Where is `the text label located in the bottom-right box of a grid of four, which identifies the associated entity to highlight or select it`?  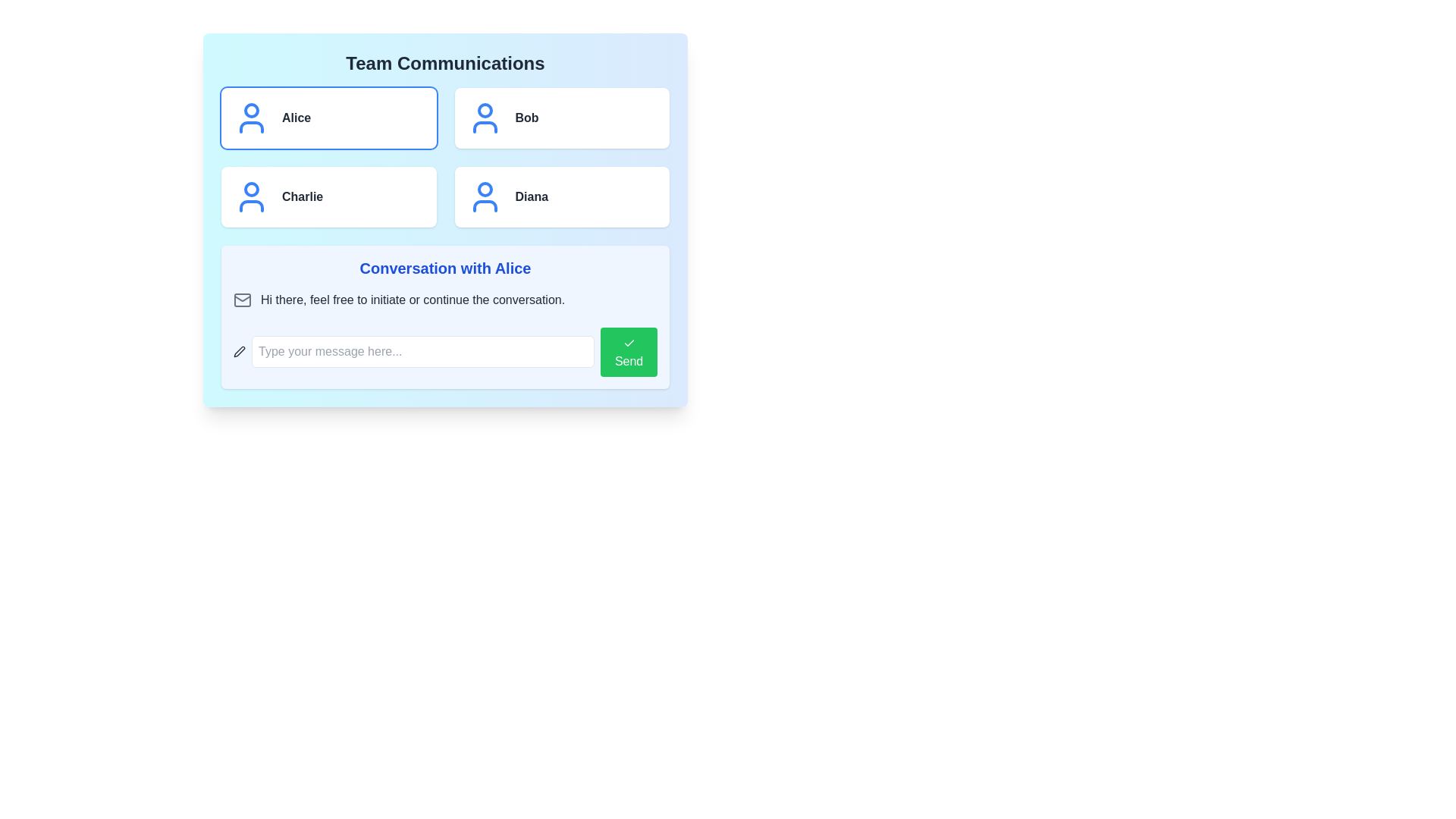 the text label located in the bottom-right box of a grid of four, which identifies the associated entity to highlight or select it is located at coordinates (531, 196).